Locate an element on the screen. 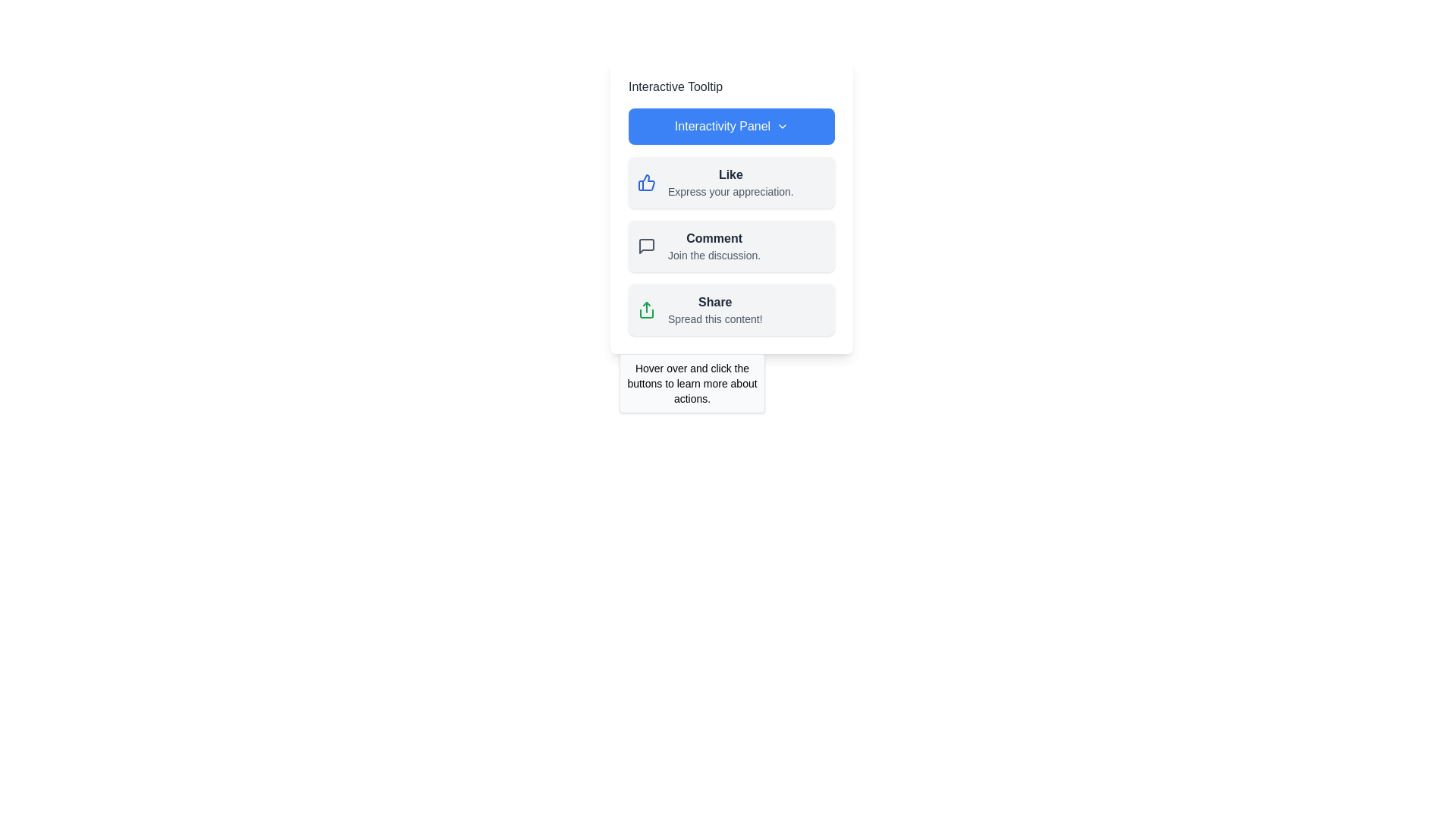 This screenshot has width=1456, height=819. the 'Interactivity Panel' button with a blue background and rounded corners is located at coordinates (731, 125).